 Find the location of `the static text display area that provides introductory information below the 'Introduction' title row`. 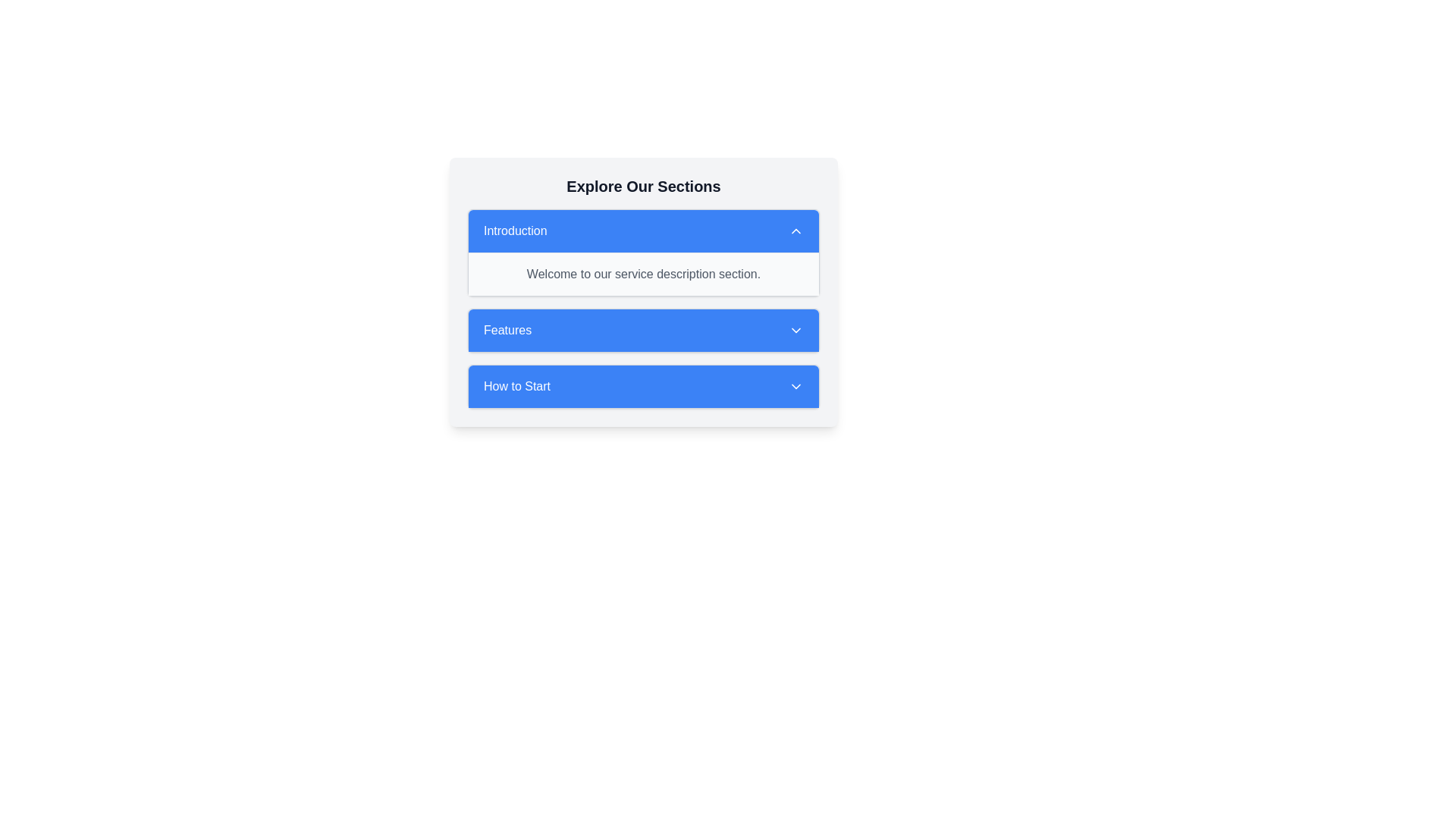

the static text display area that provides introductory information below the 'Introduction' title row is located at coordinates (644, 274).